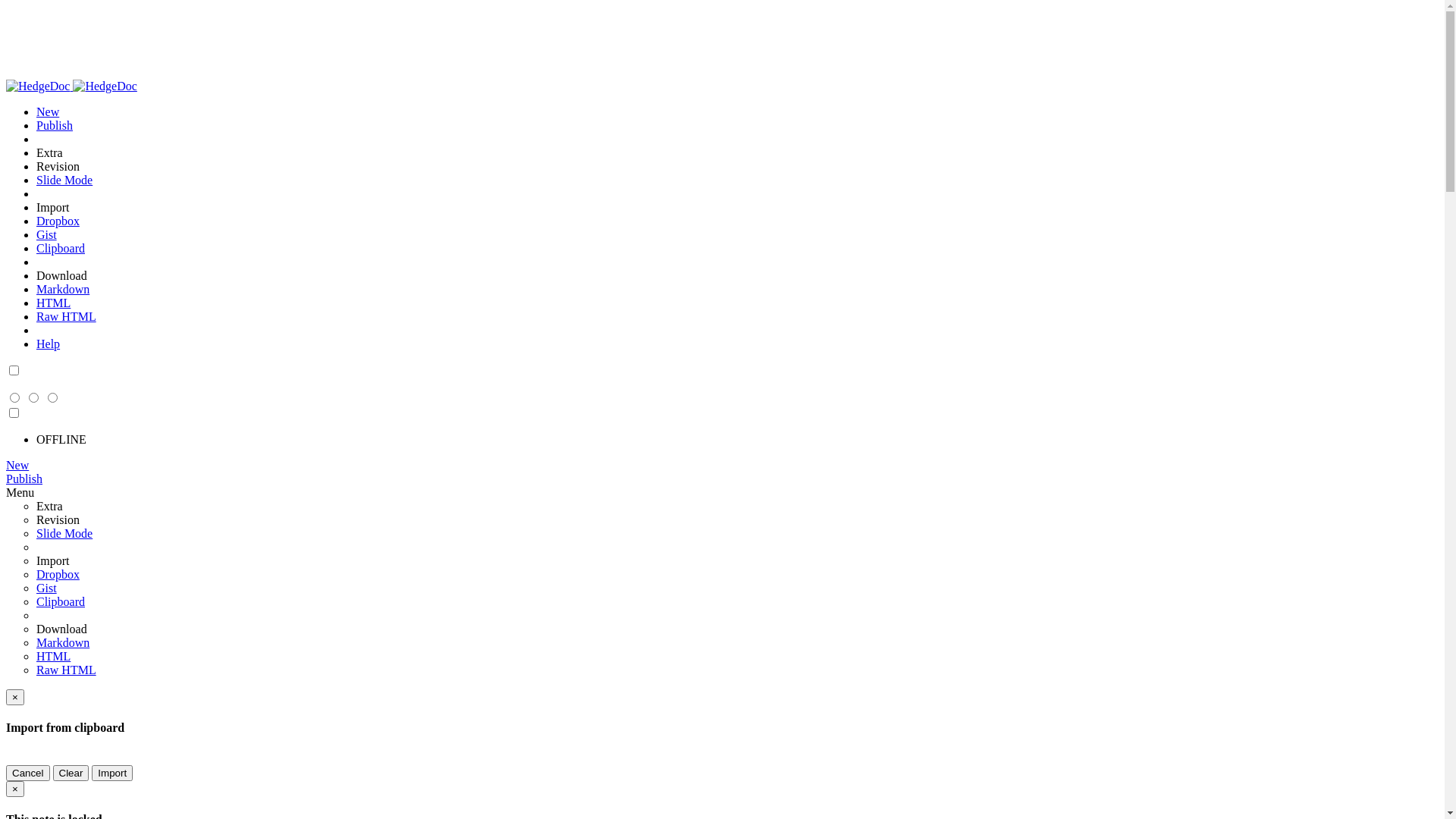 The image size is (1456, 819). What do you see at coordinates (53, 303) in the screenshot?
I see `'HTML'` at bounding box center [53, 303].